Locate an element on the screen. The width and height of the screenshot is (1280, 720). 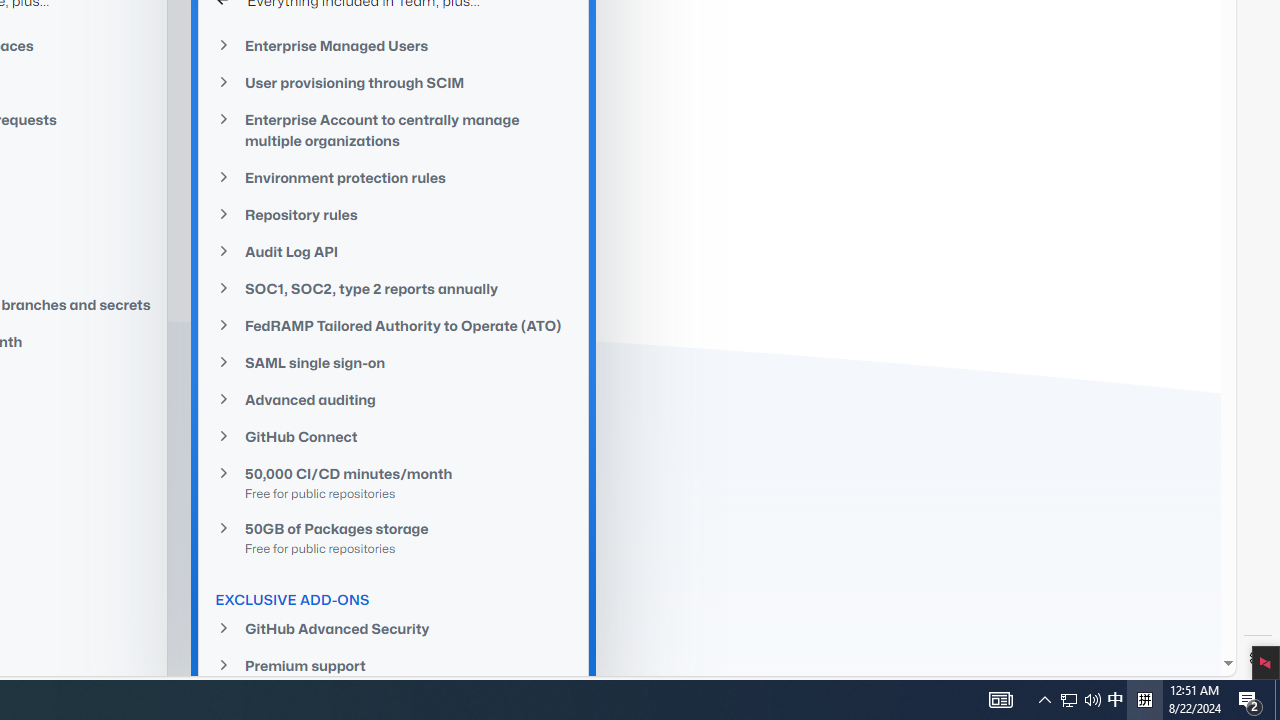
'SAML single sign-on' is located at coordinates (394, 362).